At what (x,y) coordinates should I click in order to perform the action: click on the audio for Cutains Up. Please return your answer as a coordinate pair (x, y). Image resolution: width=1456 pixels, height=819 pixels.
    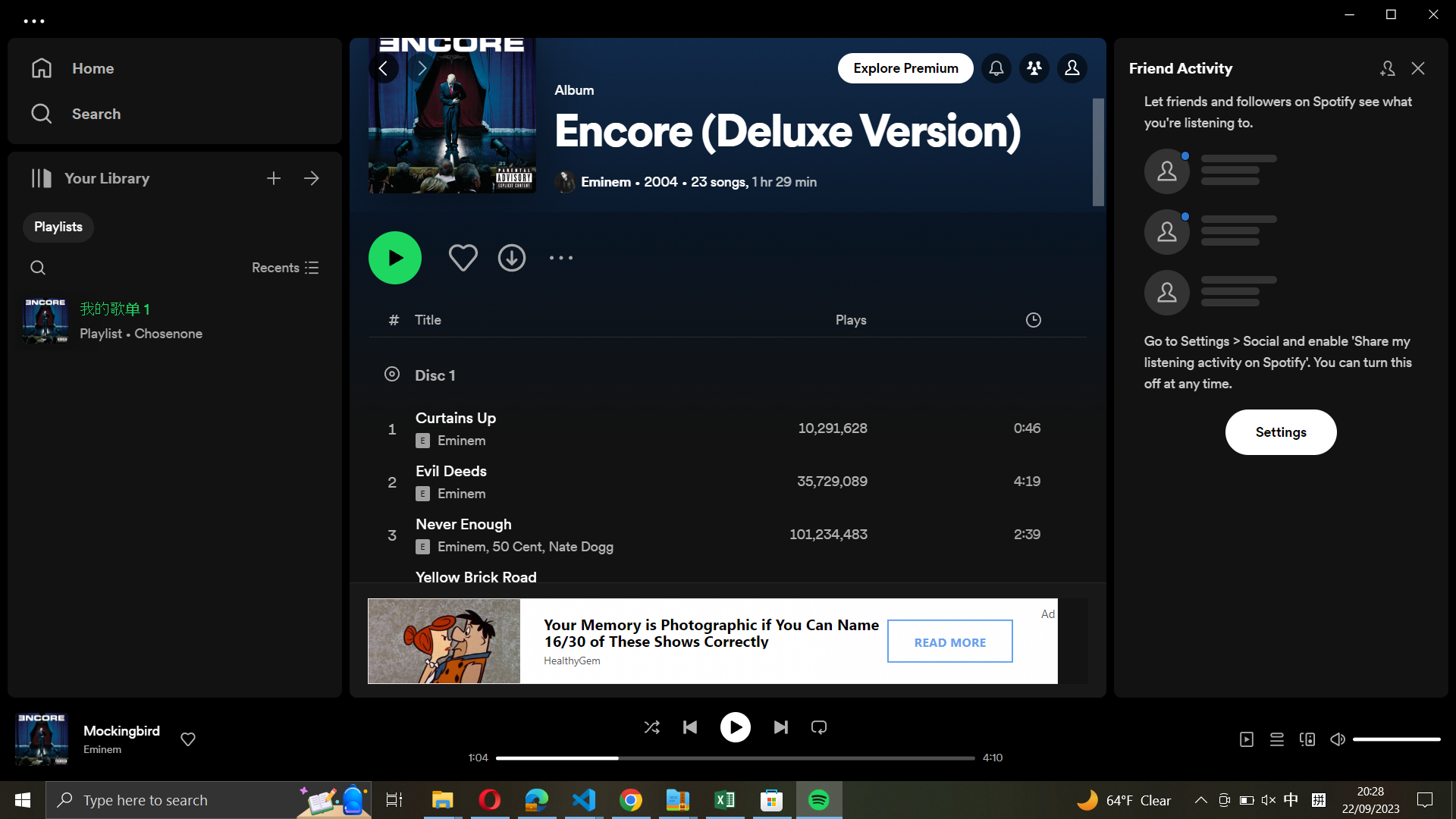
    Looking at the image, I should click on (724, 427).